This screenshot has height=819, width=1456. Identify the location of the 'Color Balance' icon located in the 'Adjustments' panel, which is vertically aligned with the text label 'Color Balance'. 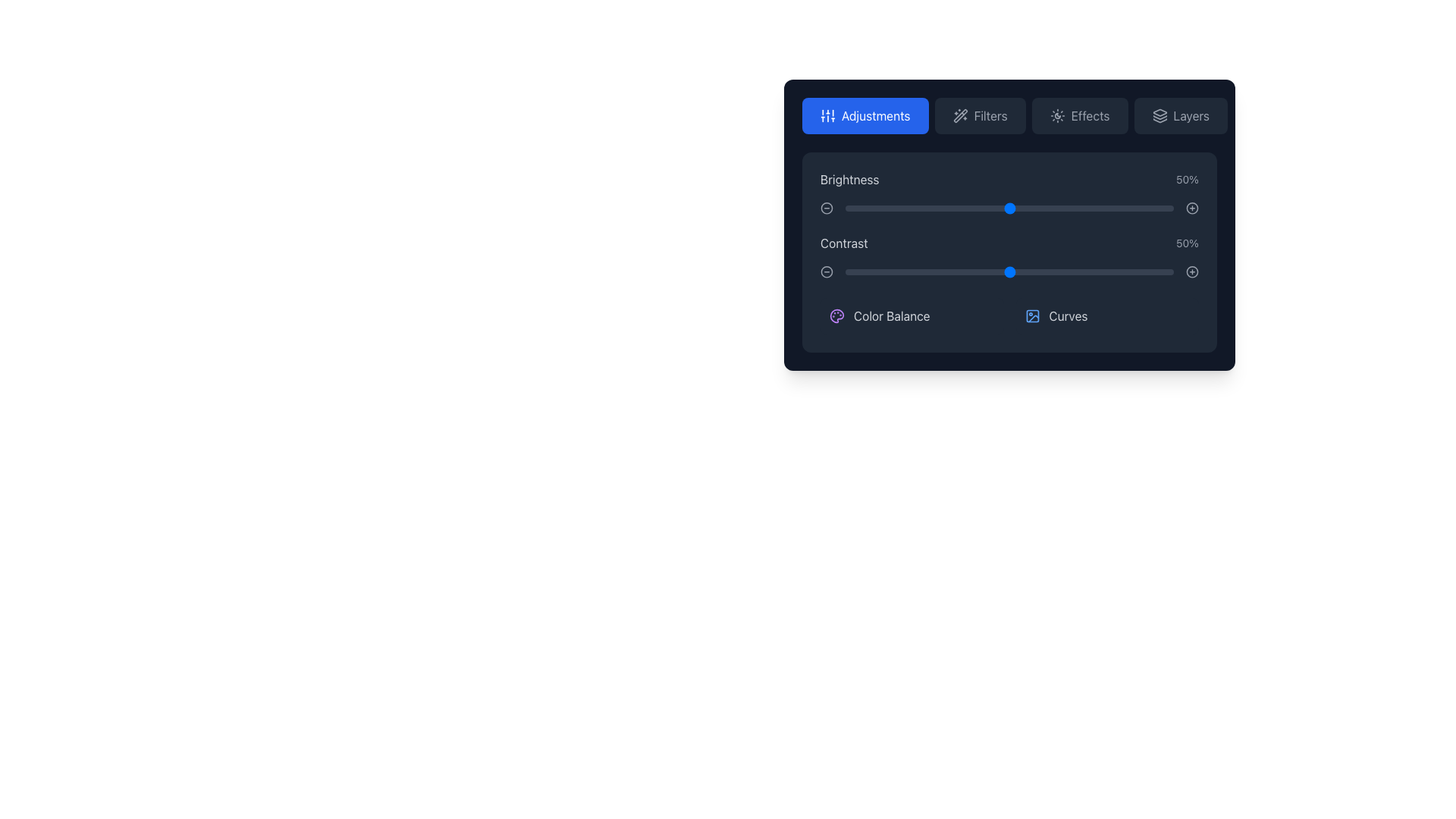
(836, 315).